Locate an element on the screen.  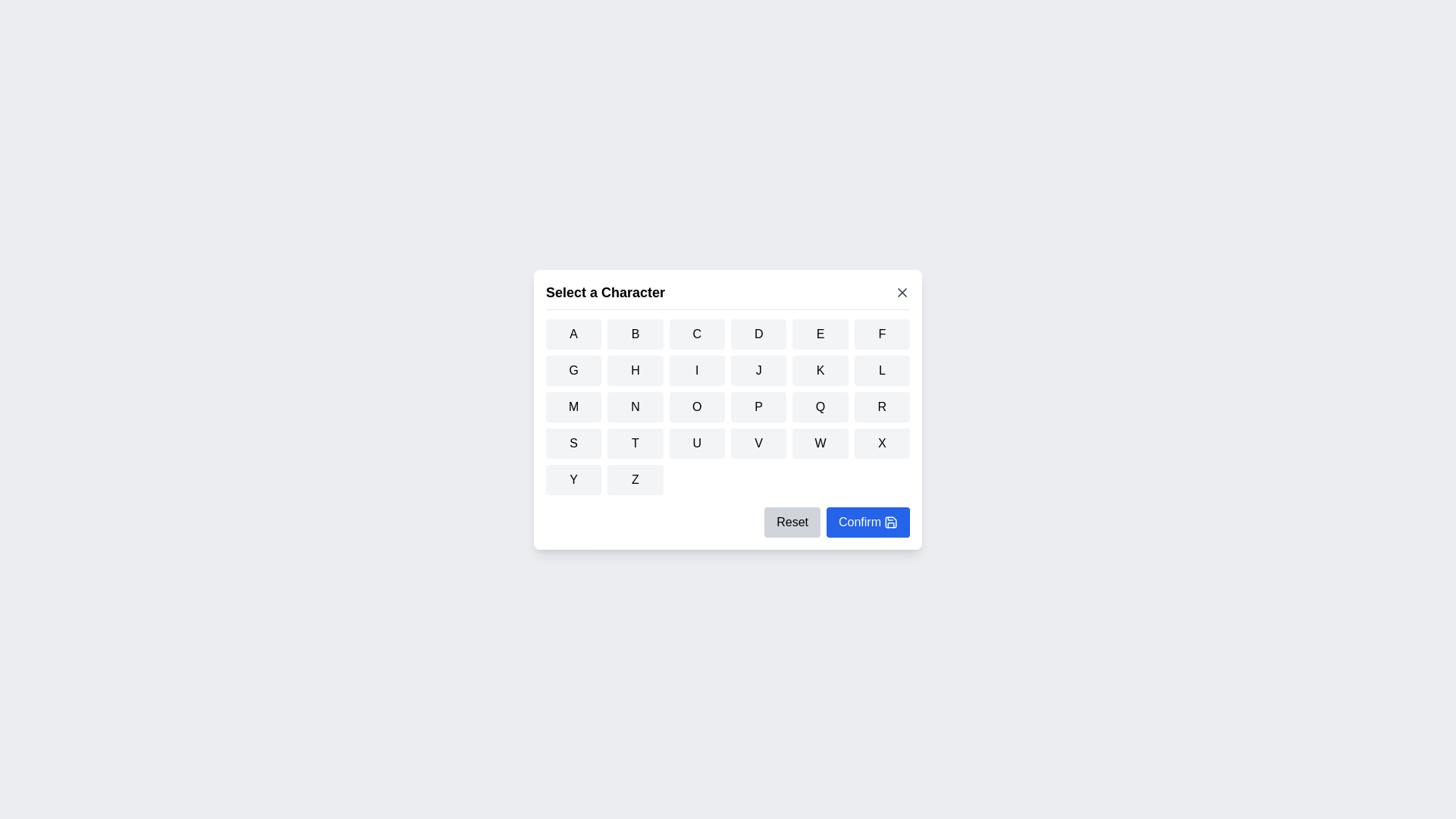
the button corresponding to the character G to select it is located at coordinates (572, 370).